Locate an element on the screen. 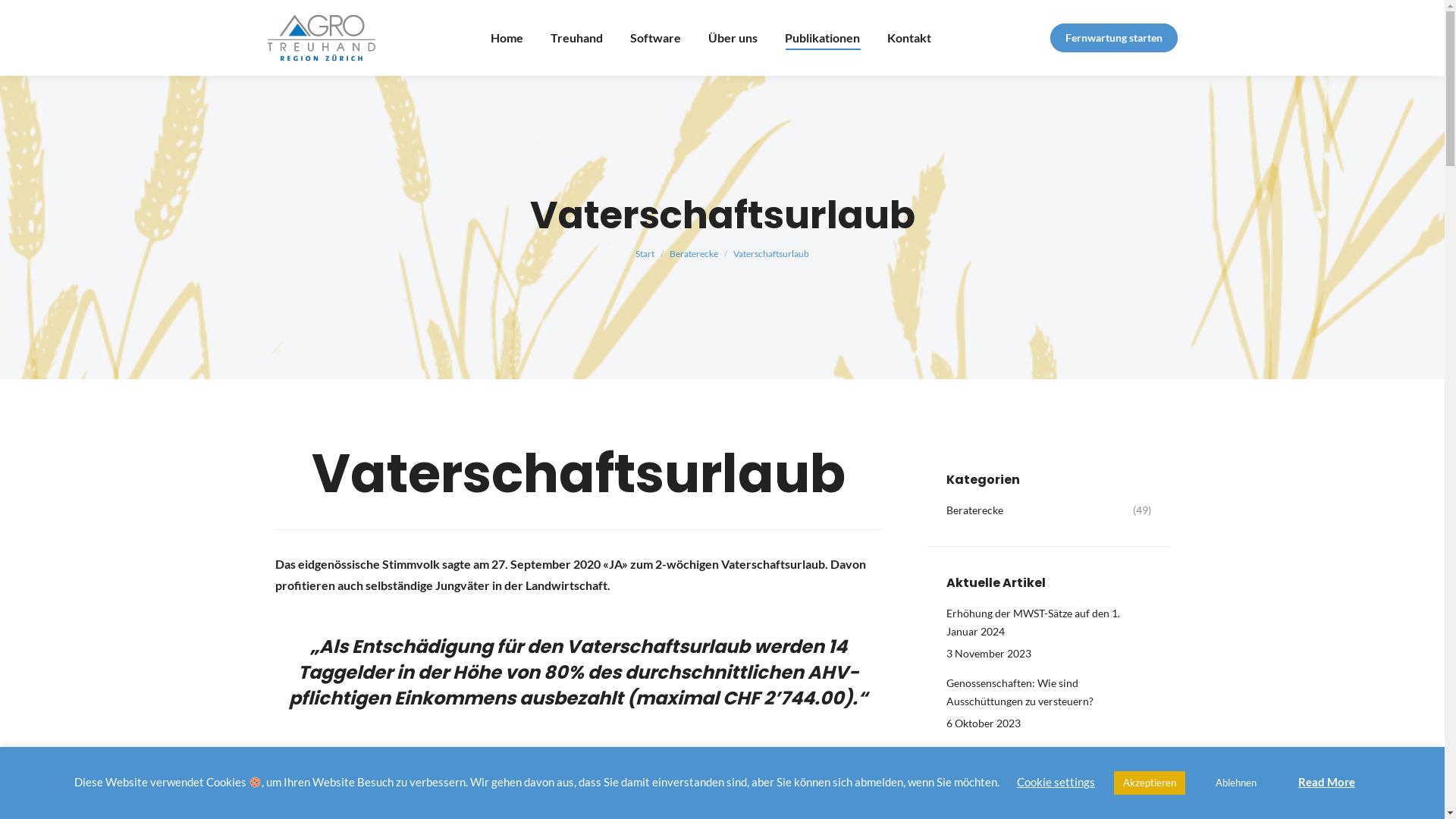  'Home' is located at coordinates (506, 37).